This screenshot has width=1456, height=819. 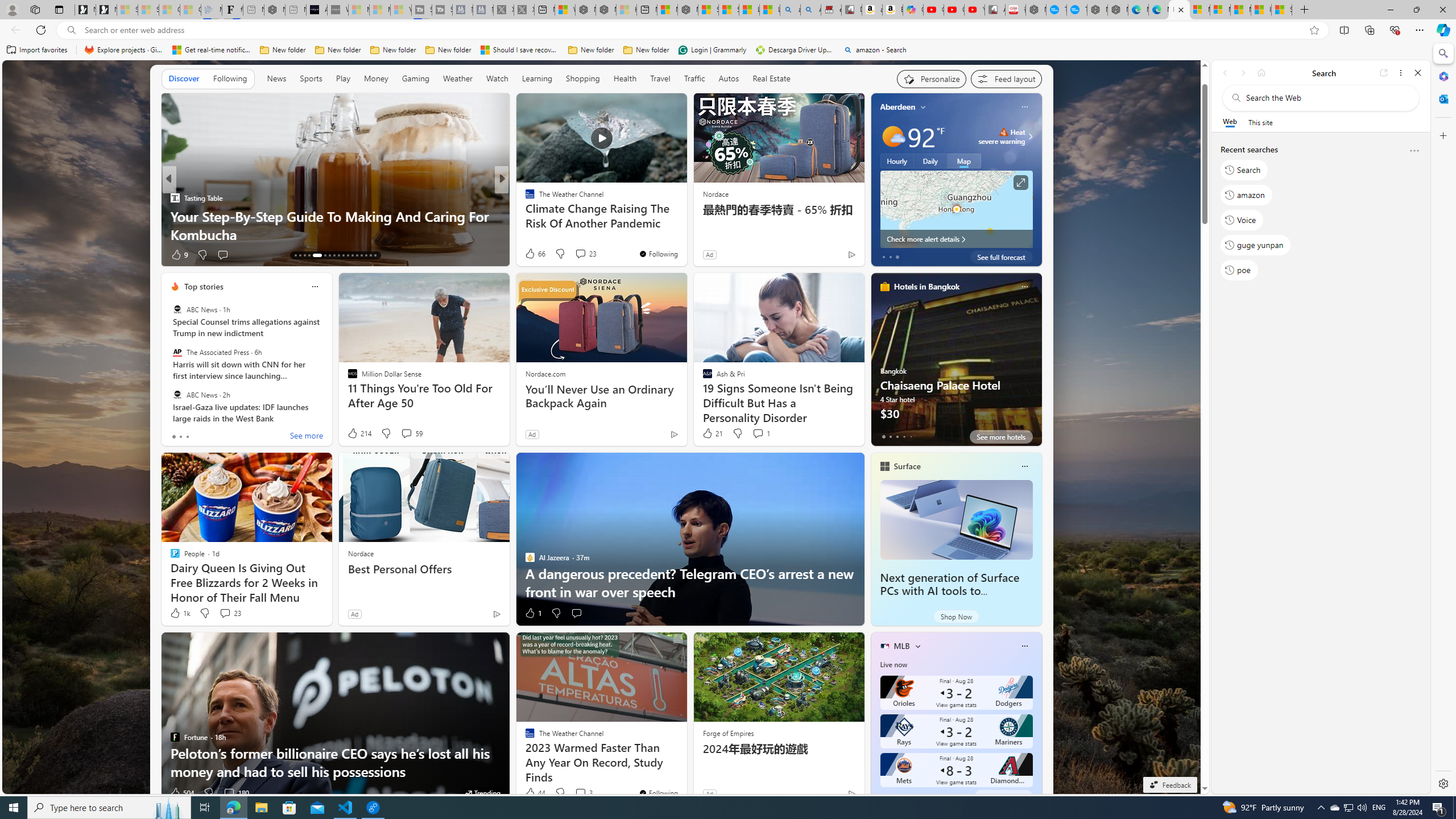 I want to click on 'Search the web', so click(x=1326, y=98).